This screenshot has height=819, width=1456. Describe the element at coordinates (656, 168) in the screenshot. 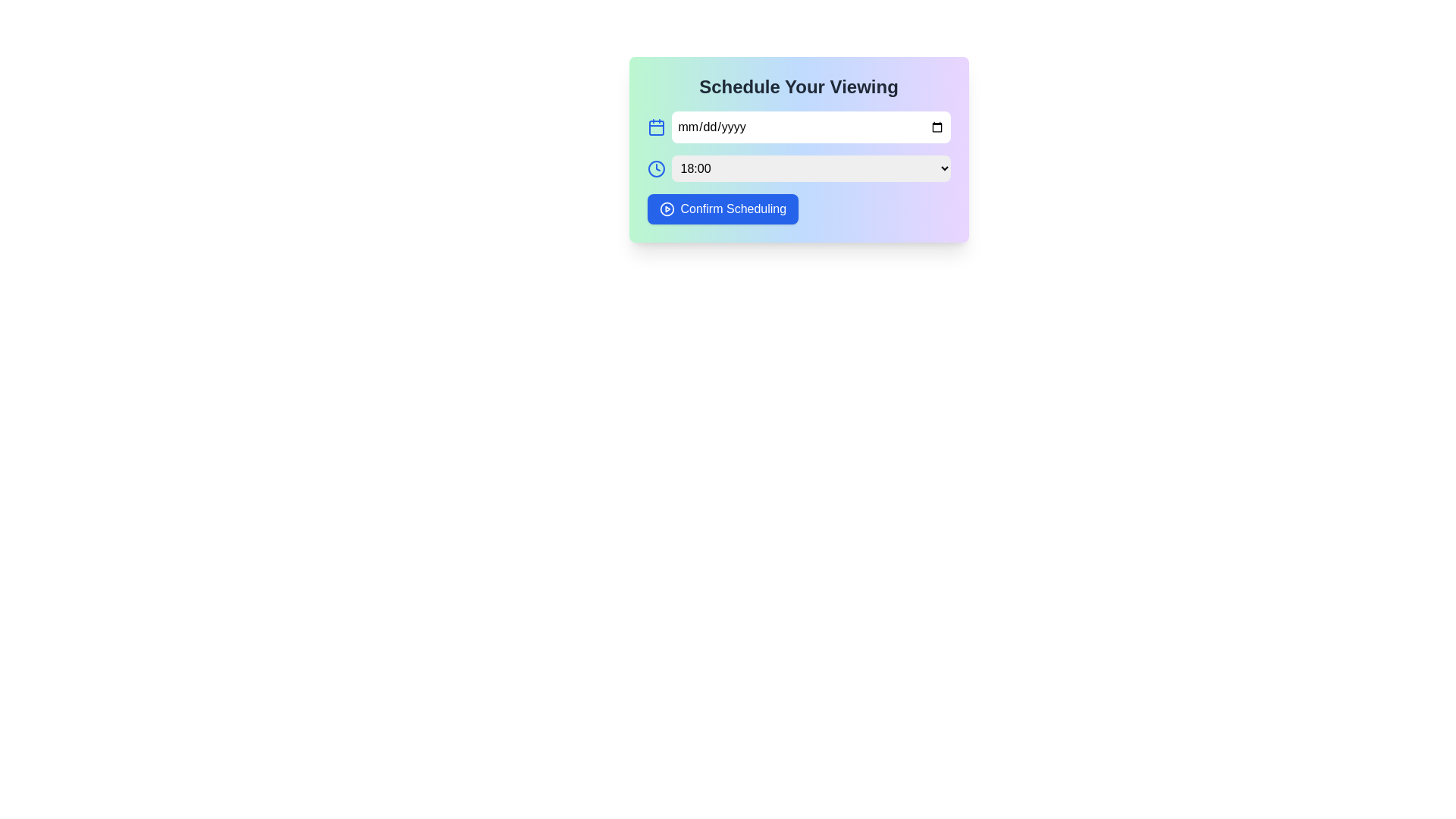

I see `the blue circular outline of the clock icon located in the scheduling interface` at that location.